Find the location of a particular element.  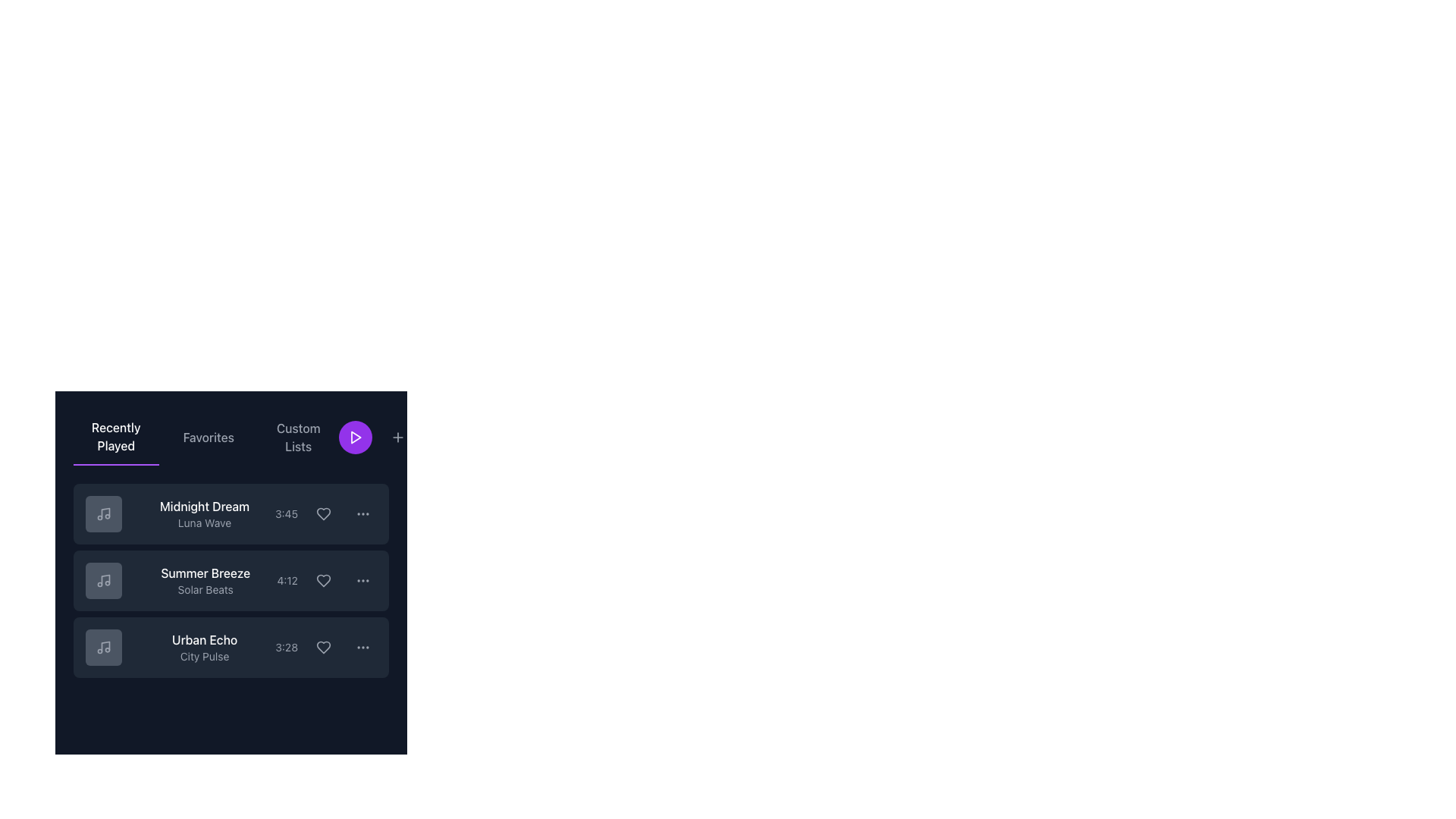

the text label displaying the title of a media item in the 'Recently Played' section, specifically located in the second row of the list, positioned between 'Midnight Dream' and 'Urban Echo' is located at coordinates (205, 573).